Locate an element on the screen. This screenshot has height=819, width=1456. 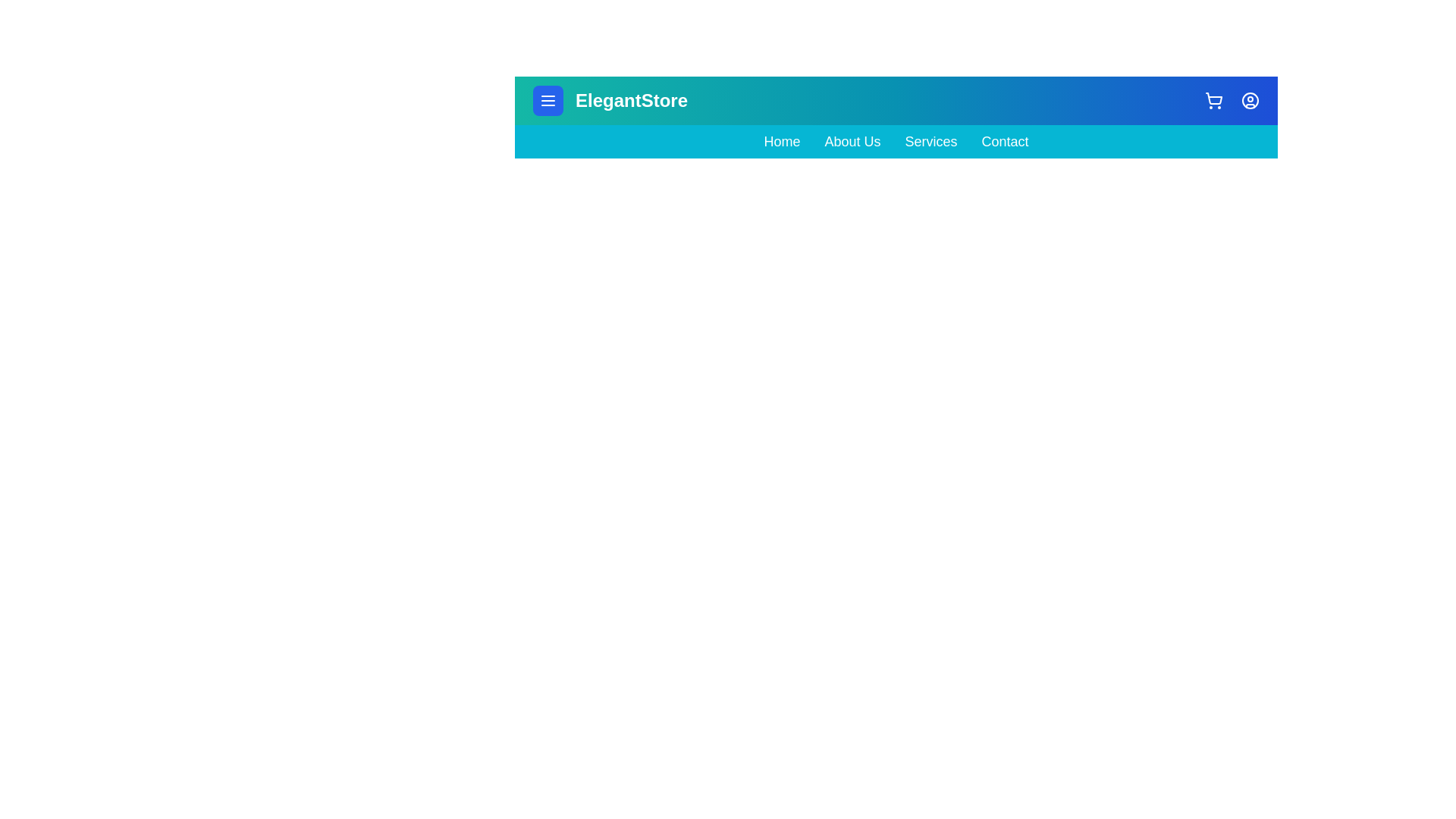
the navigation link Home is located at coordinates (782, 141).